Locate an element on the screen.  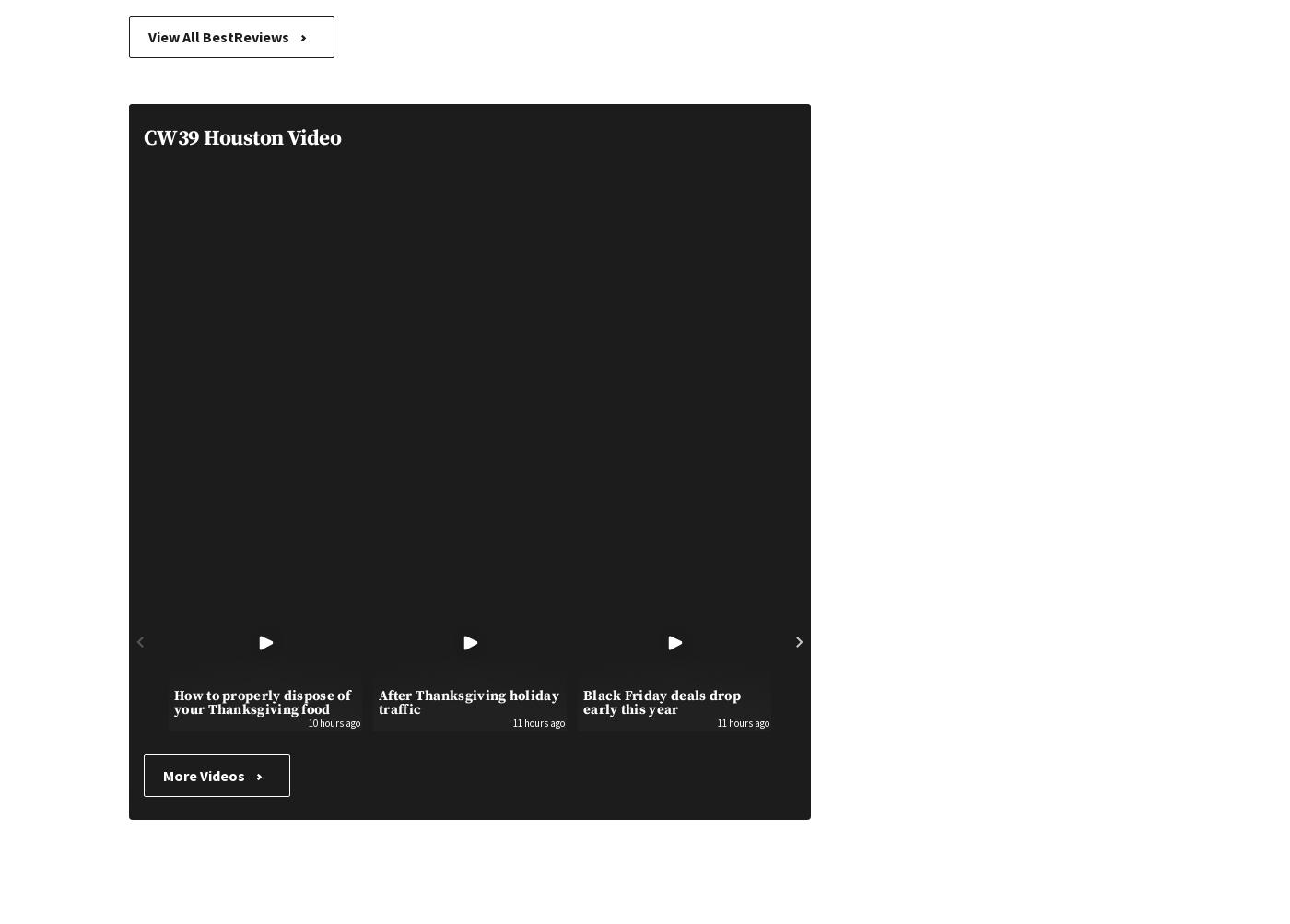
'View All BestReviews' is located at coordinates (219, 37).